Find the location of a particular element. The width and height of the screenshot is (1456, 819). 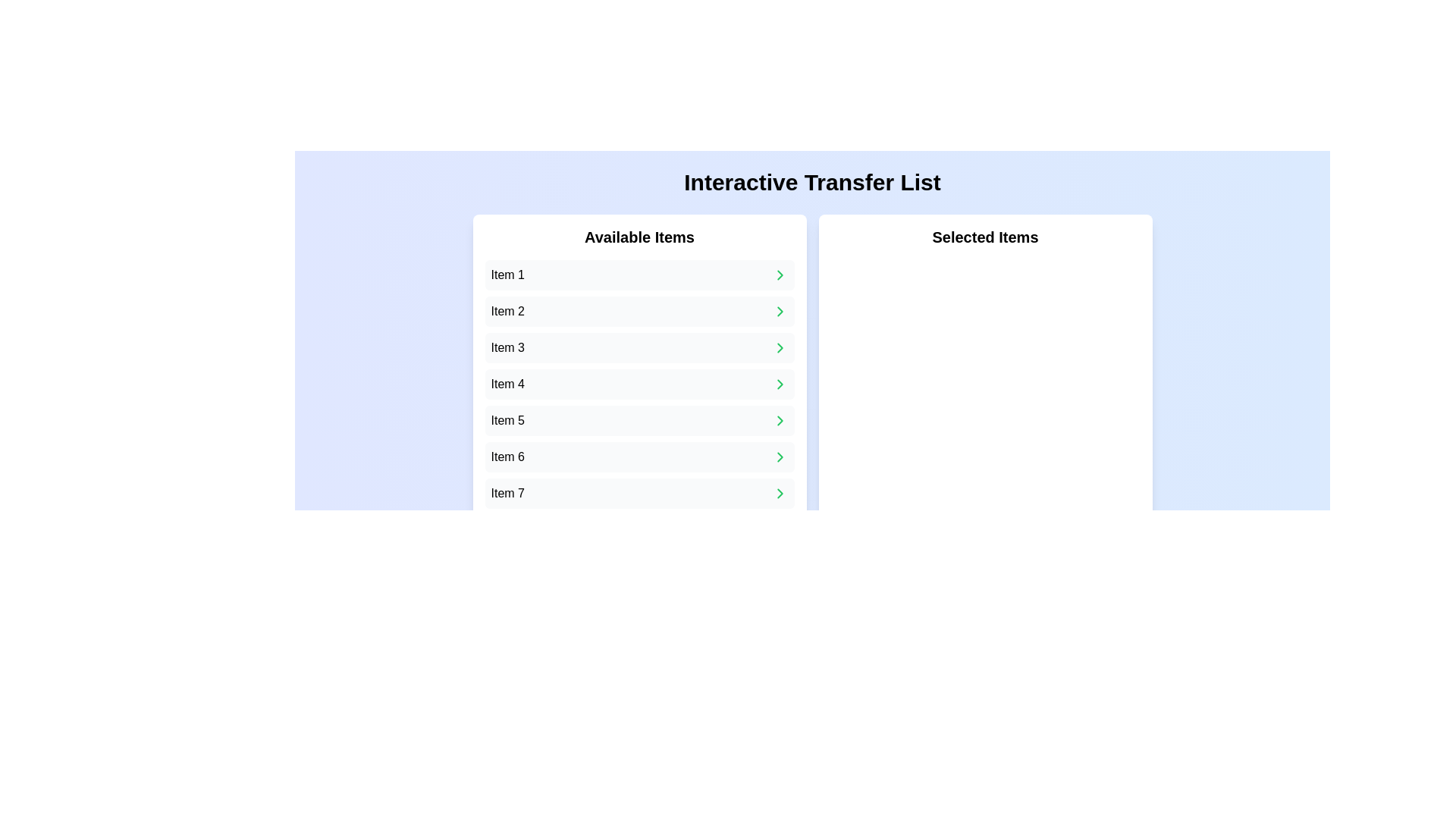

the right-pointing chevron icon next to 'Item 3' in the 'Available Items' section is located at coordinates (780, 348).